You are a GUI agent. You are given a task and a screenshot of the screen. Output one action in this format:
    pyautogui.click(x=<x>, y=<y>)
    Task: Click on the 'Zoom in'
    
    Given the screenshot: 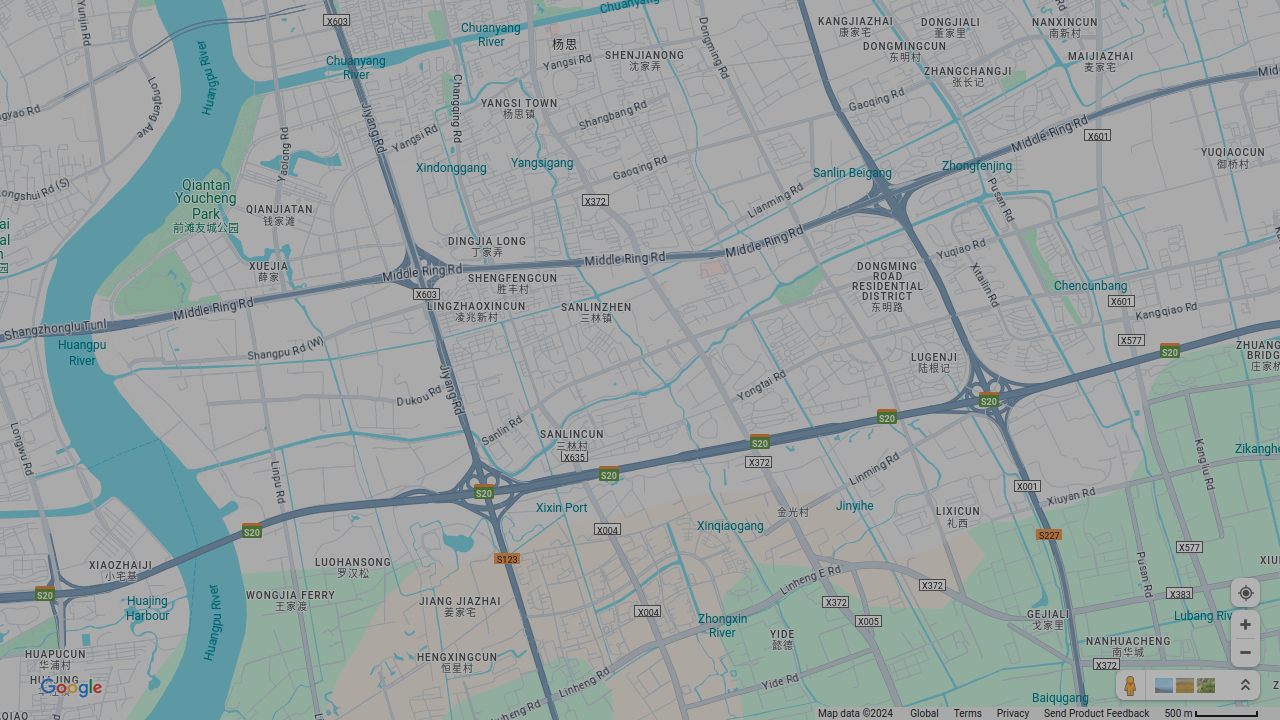 What is the action you would take?
    pyautogui.click(x=1244, y=623)
    